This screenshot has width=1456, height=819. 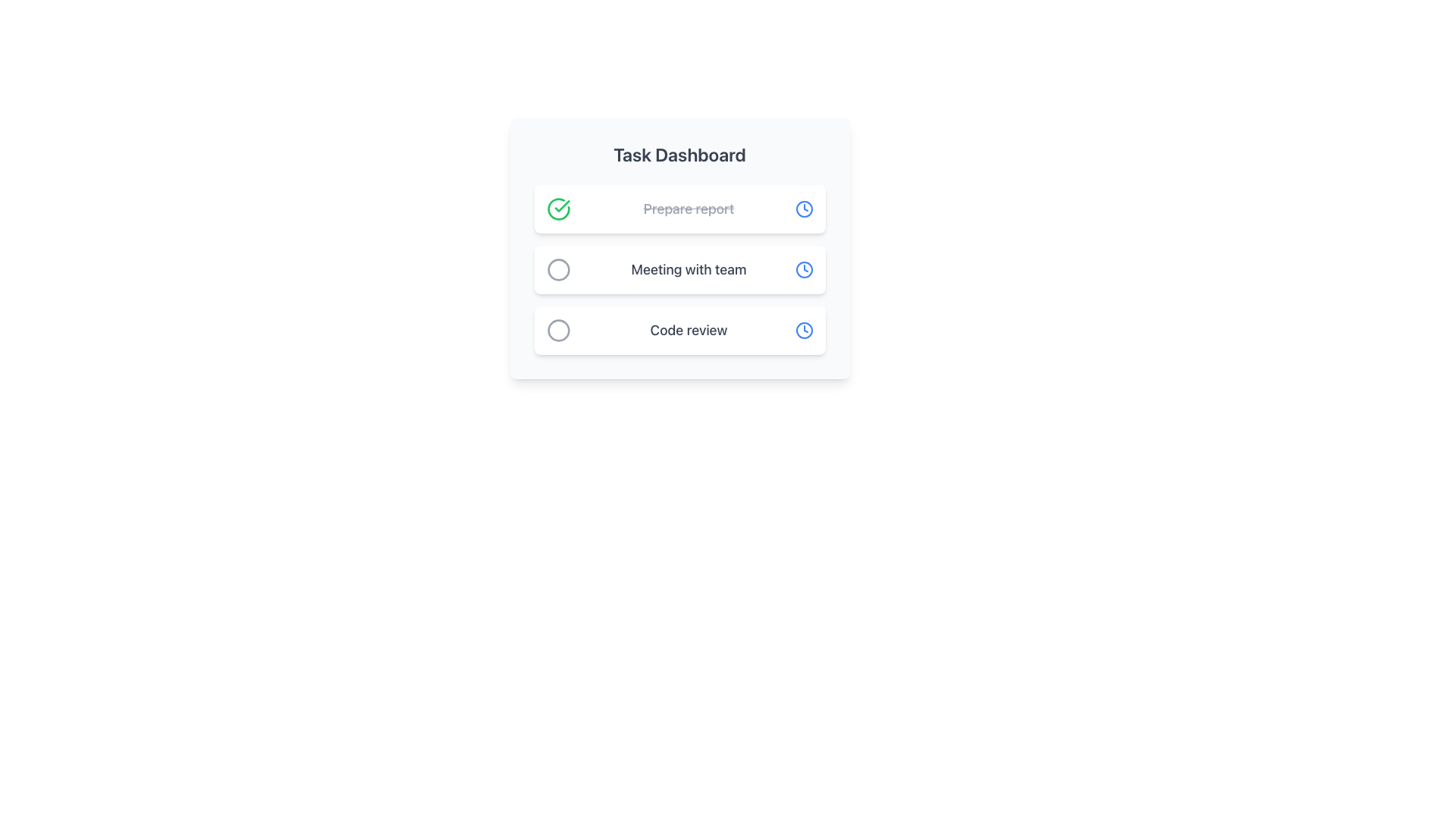 I want to click on the 'Meeting with team' task card located, so click(x=679, y=268).